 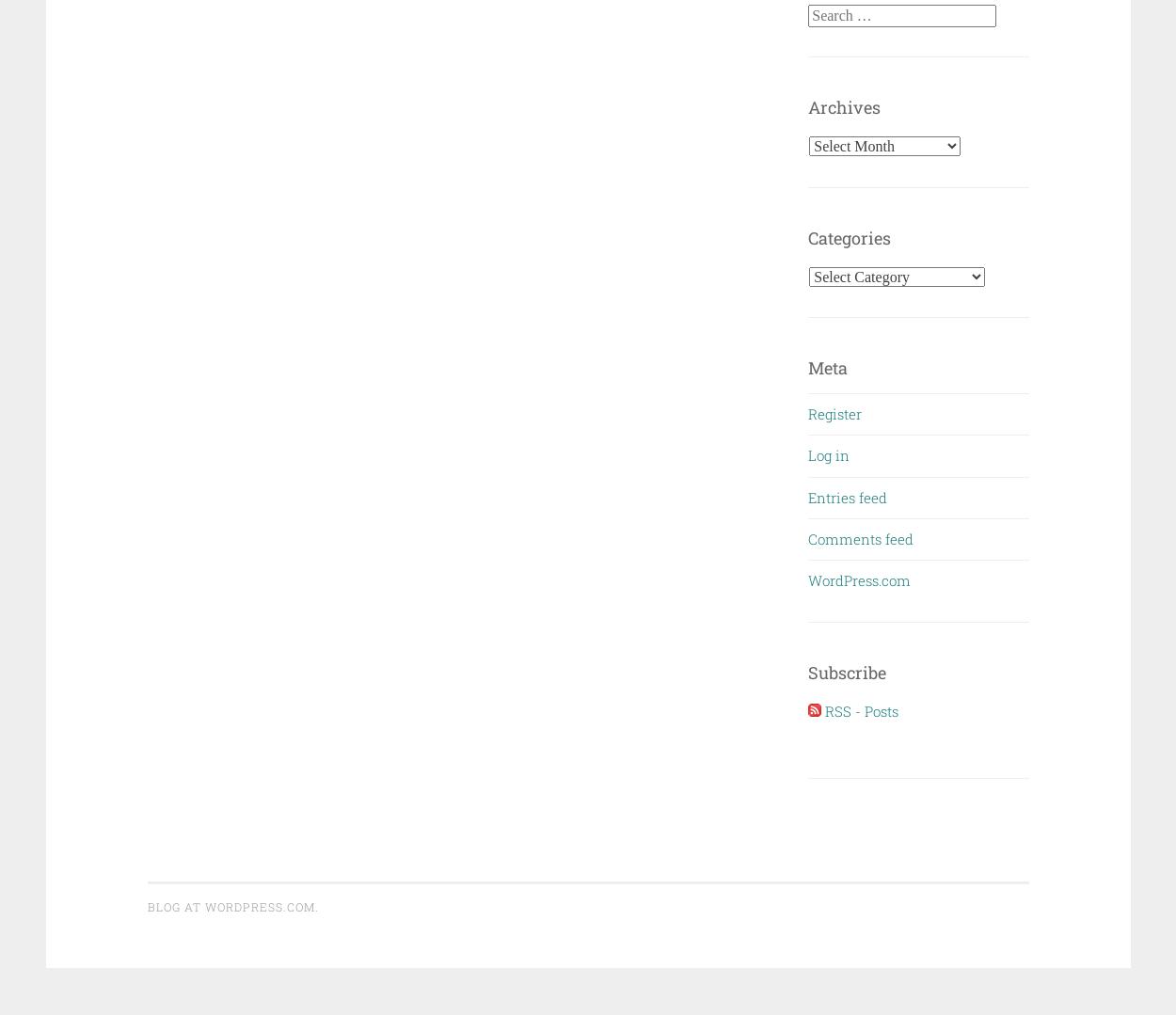 I want to click on 'Meta', so click(x=807, y=367).